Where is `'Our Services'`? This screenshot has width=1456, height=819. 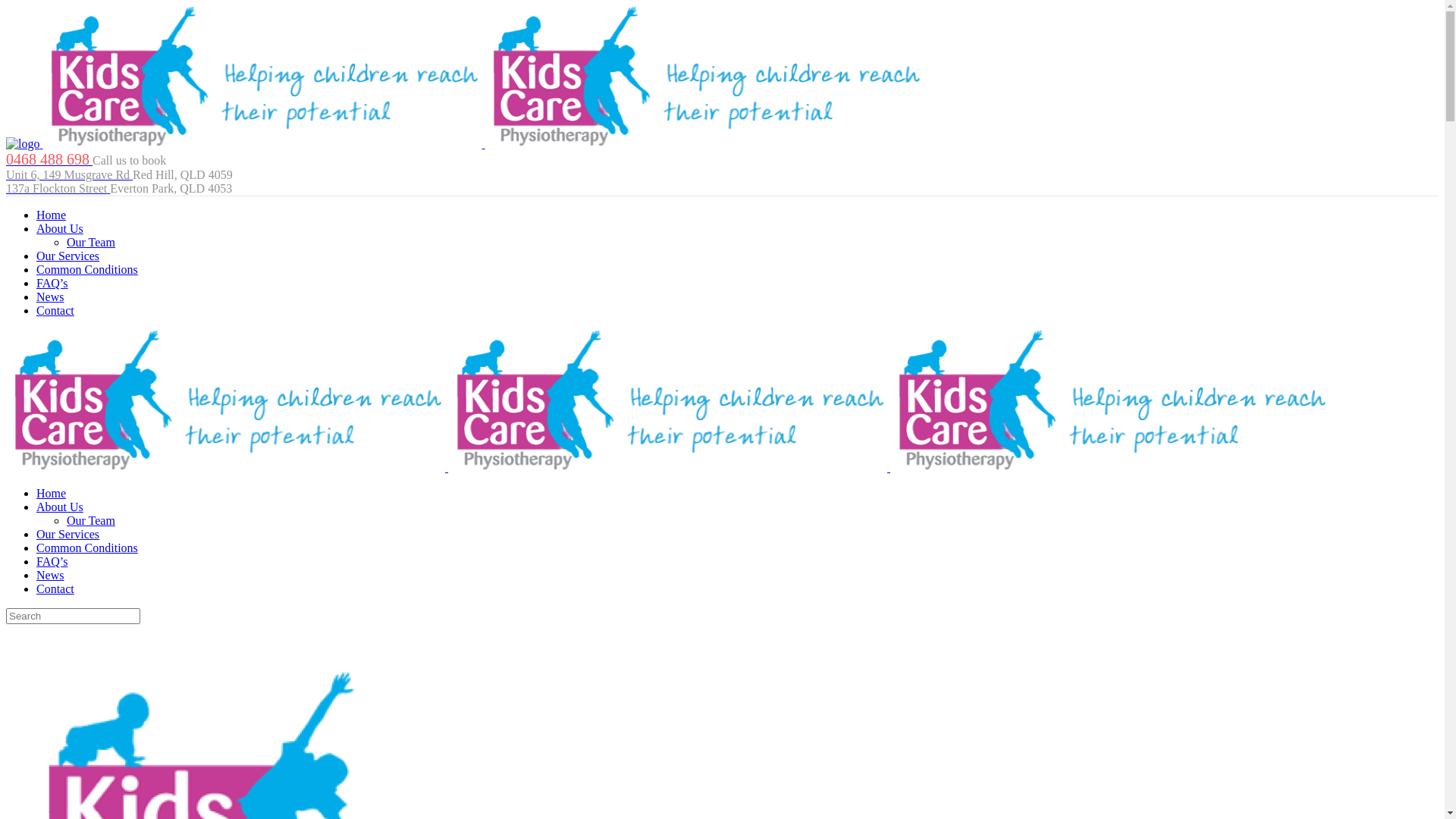
'Our Services' is located at coordinates (67, 533).